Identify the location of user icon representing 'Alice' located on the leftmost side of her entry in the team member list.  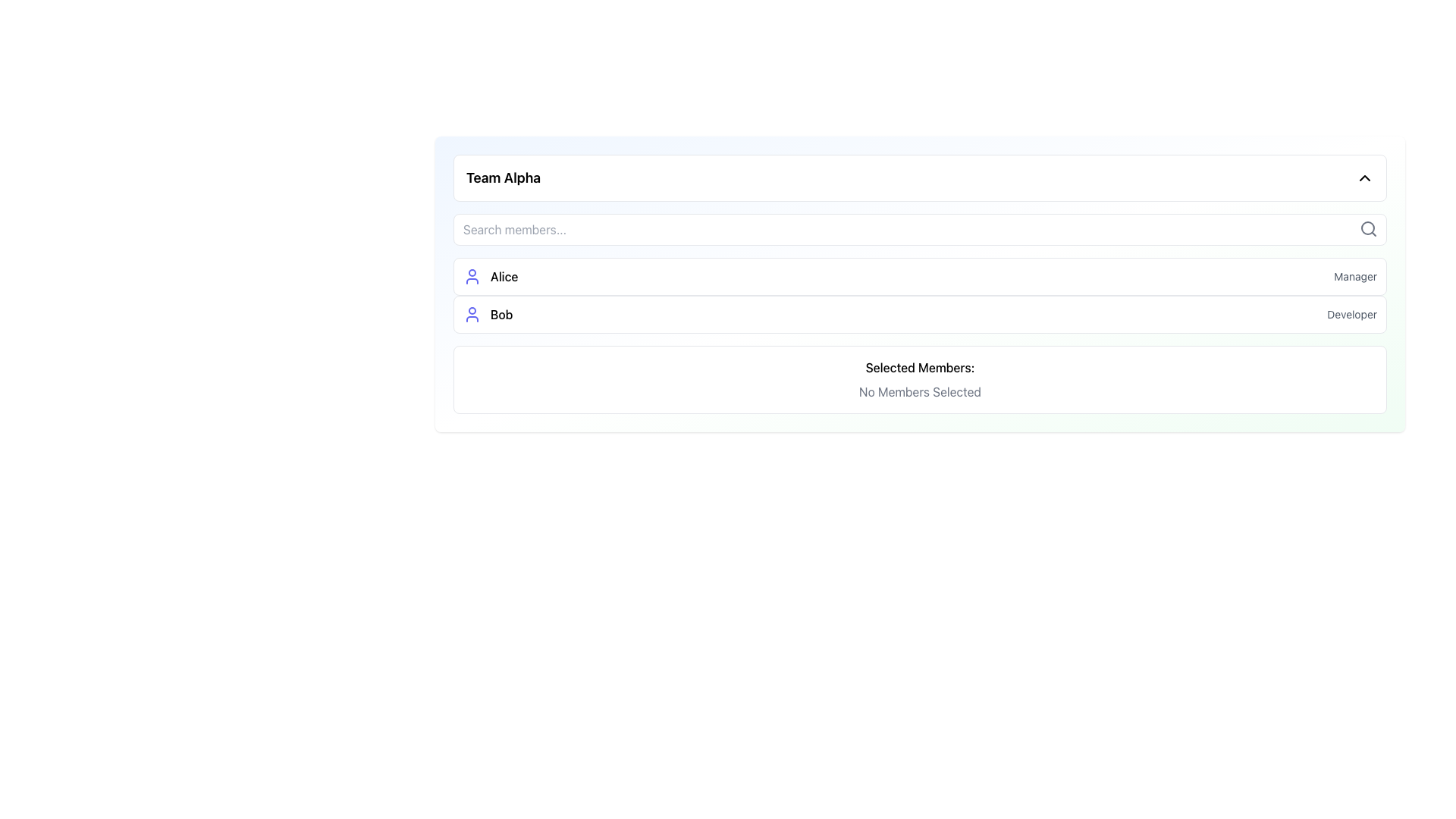
(472, 277).